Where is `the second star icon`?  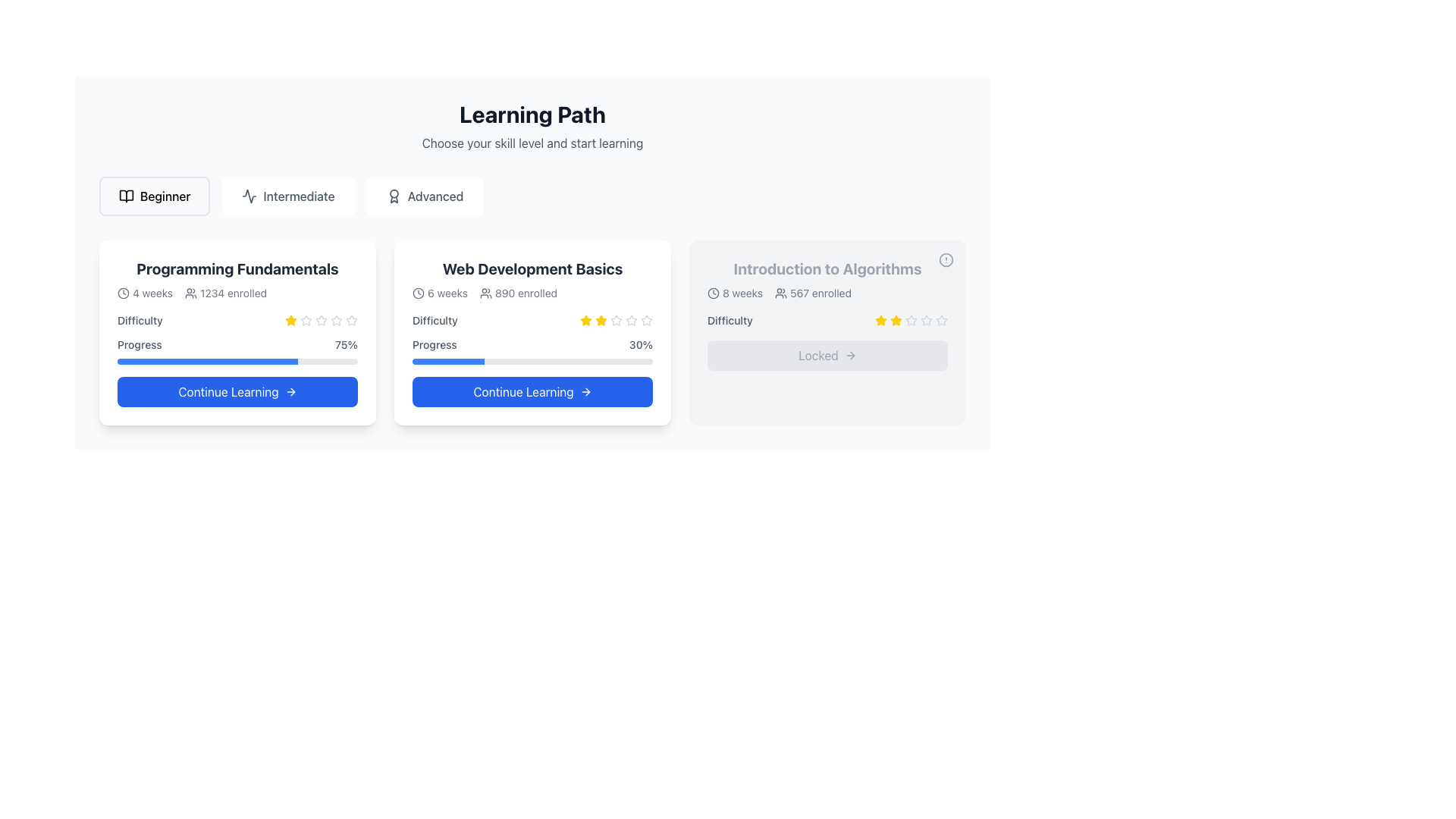
the second star icon is located at coordinates (305, 318).